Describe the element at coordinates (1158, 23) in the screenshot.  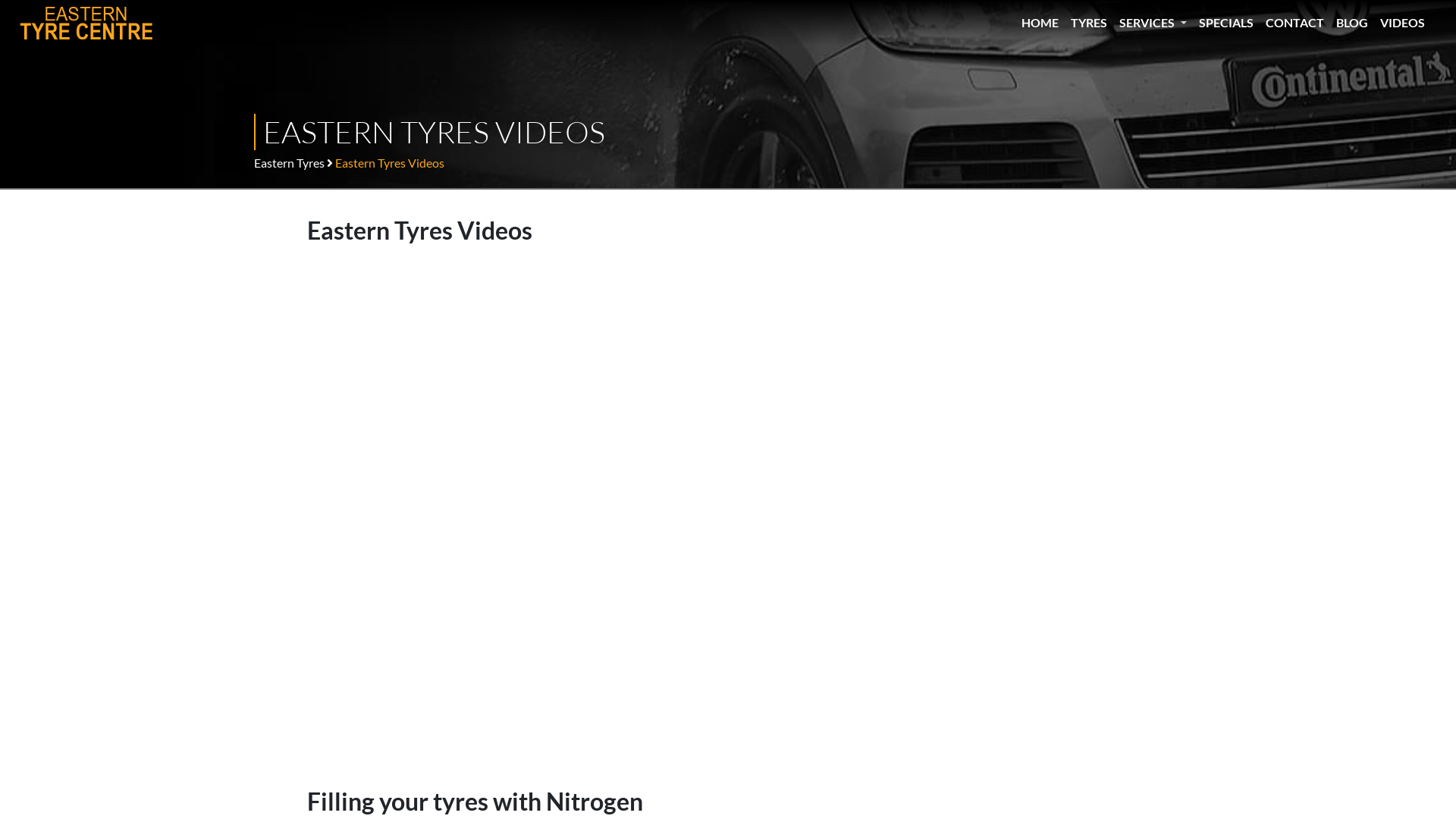
I see `'SERVICES'` at that location.